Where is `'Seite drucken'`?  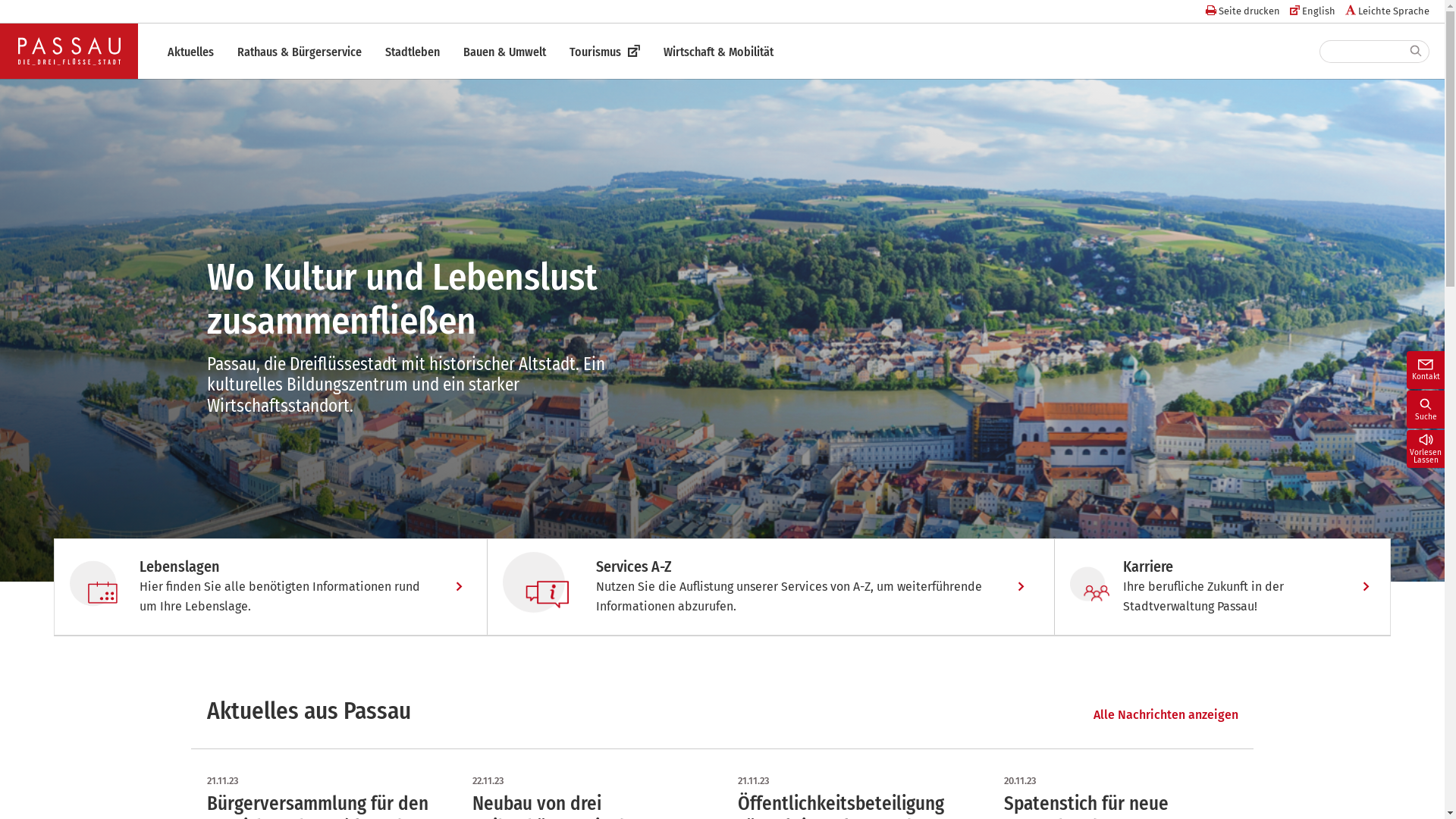
'Seite drucken' is located at coordinates (1242, 11).